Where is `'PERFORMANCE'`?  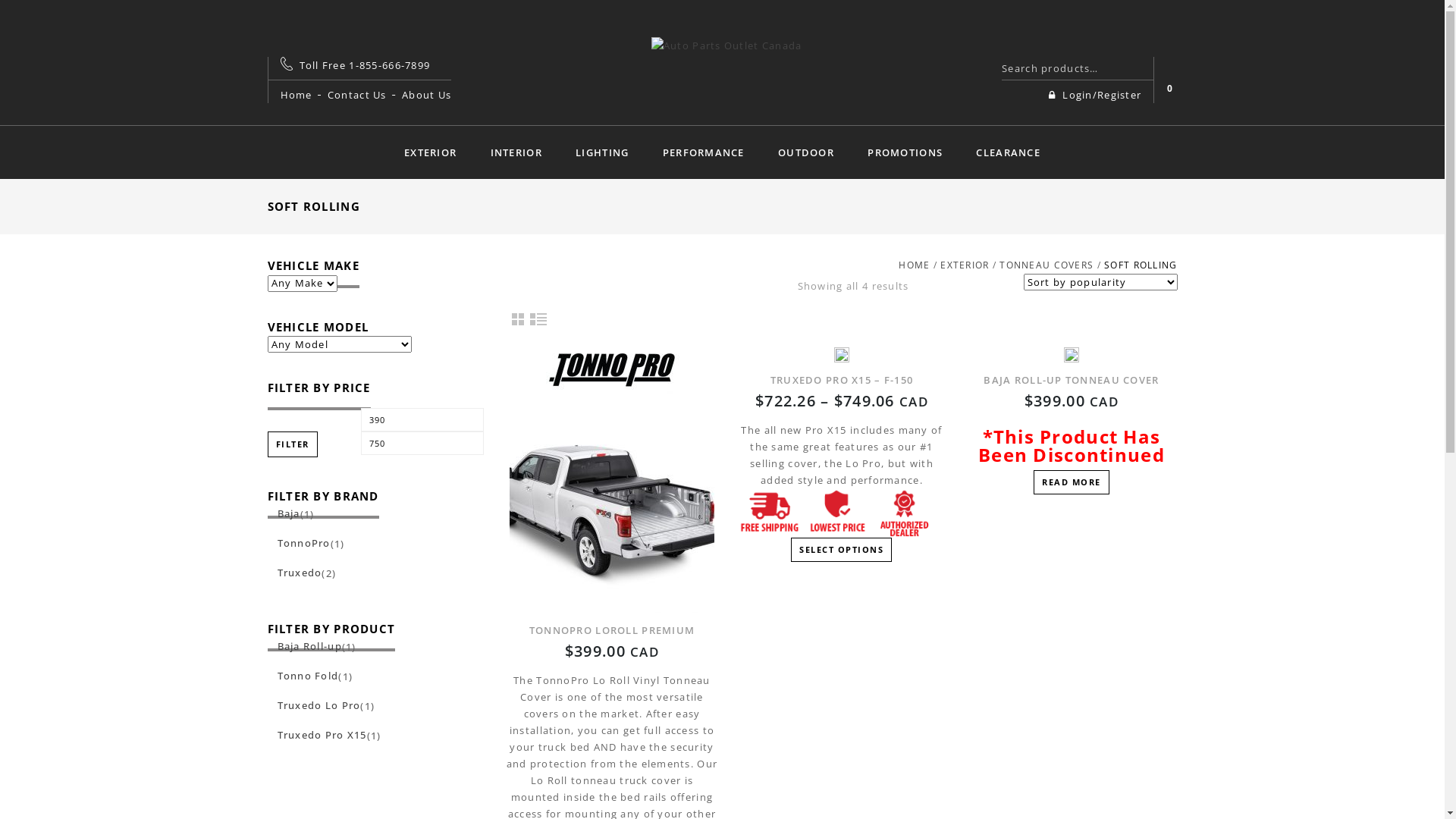 'PERFORMANCE' is located at coordinates (702, 152).